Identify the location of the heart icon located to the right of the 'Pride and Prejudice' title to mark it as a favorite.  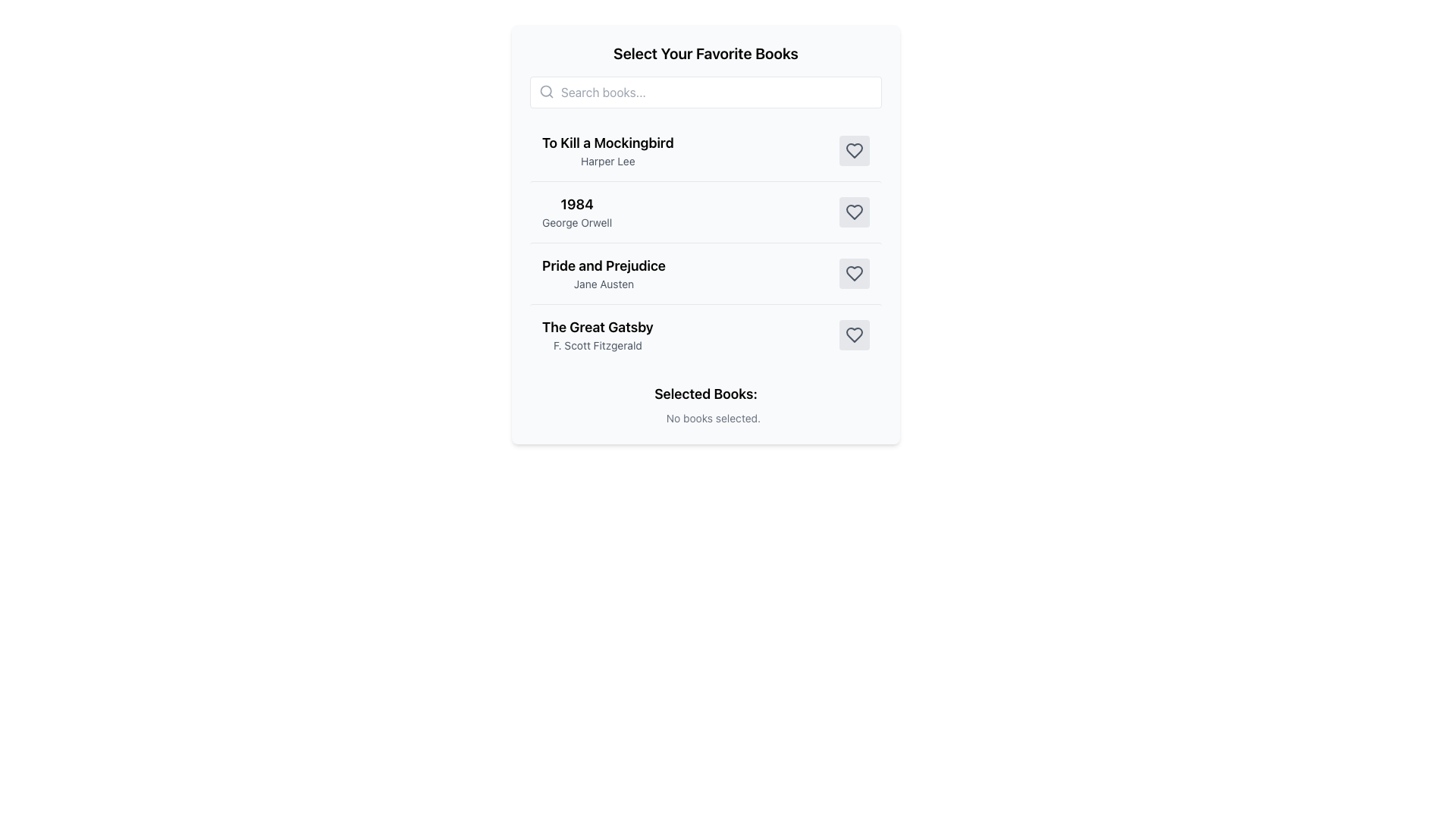
(855, 274).